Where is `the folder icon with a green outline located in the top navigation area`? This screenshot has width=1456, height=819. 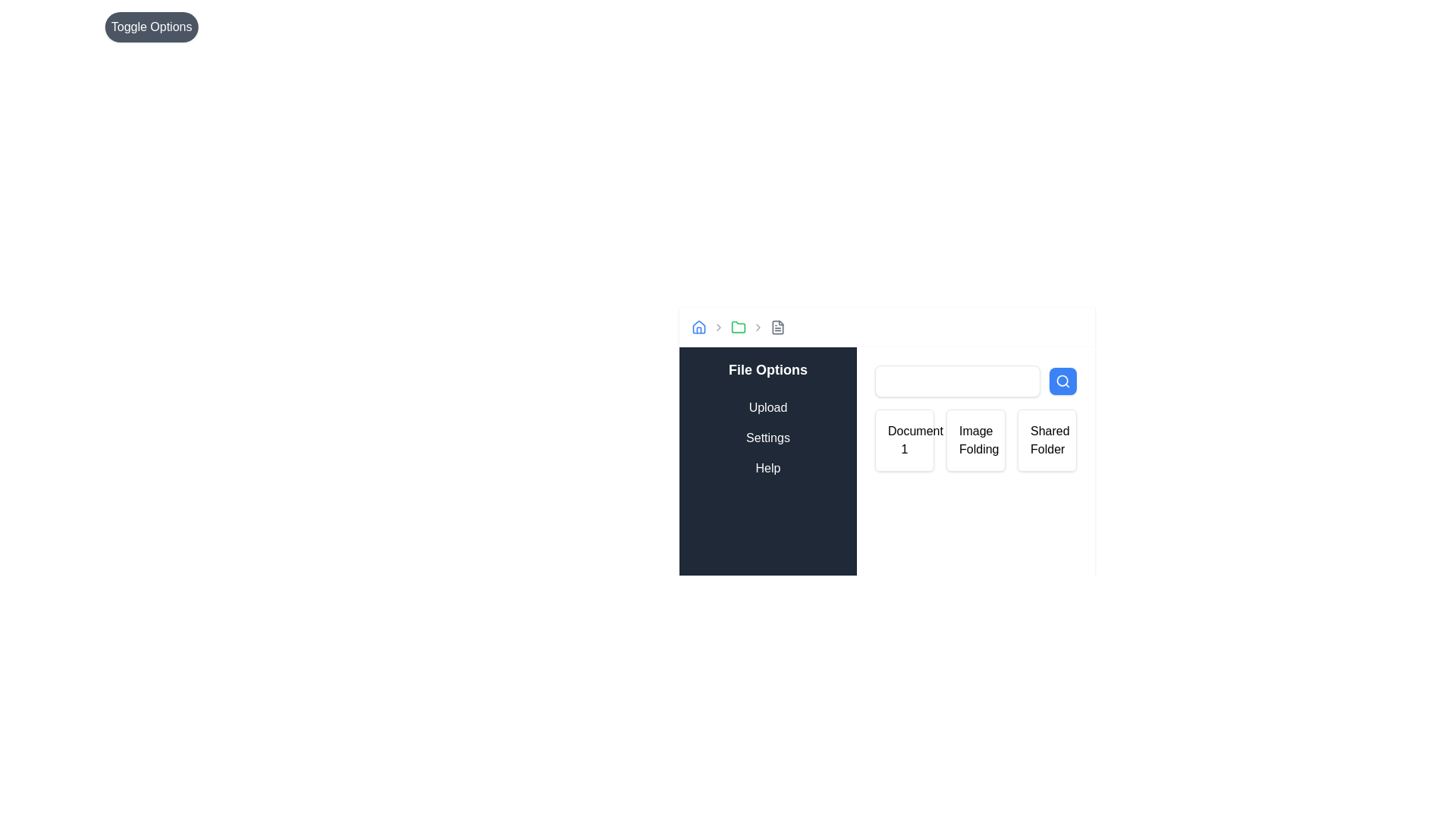
the folder icon with a green outline located in the top navigation area is located at coordinates (739, 326).